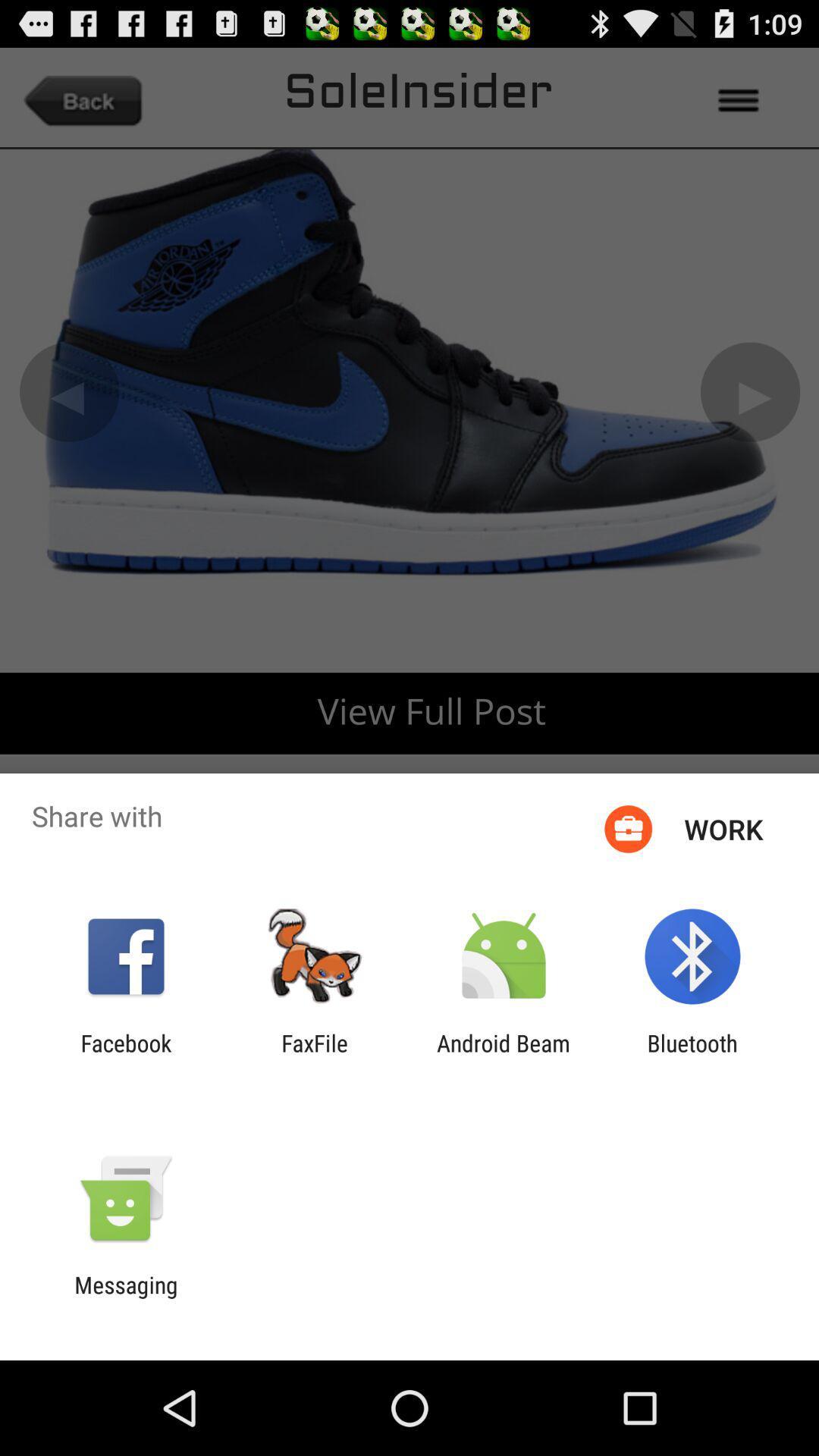 This screenshot has width=819, height=1456. What do you see at coordinates (504, 1056) in the screenshot?
I see `icon next to bluetooth item` at bounding box center [504, 1056].